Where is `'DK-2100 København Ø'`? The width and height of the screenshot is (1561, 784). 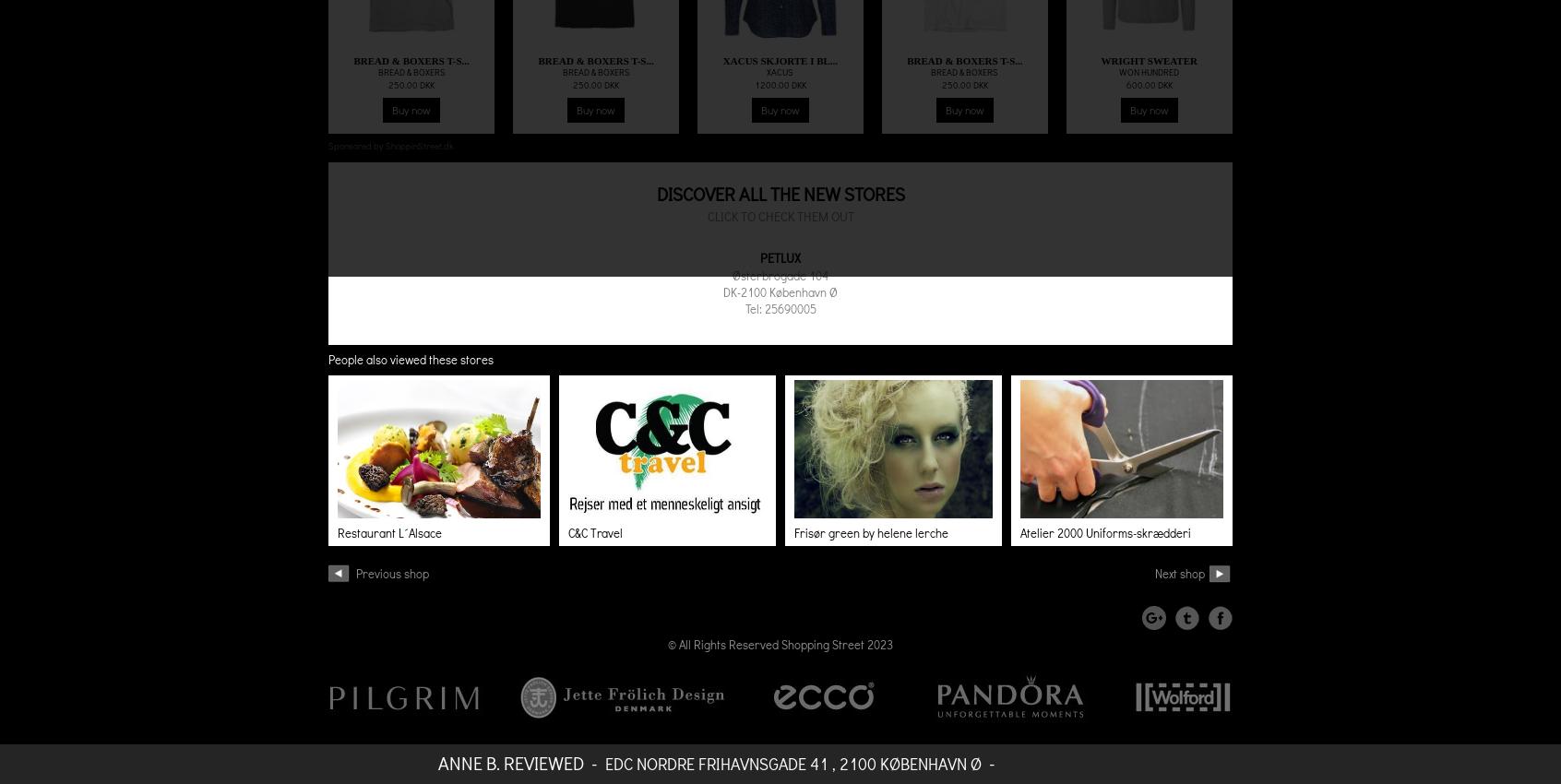
'DK-2100 København Ø' is located at coordinates (780, 291).